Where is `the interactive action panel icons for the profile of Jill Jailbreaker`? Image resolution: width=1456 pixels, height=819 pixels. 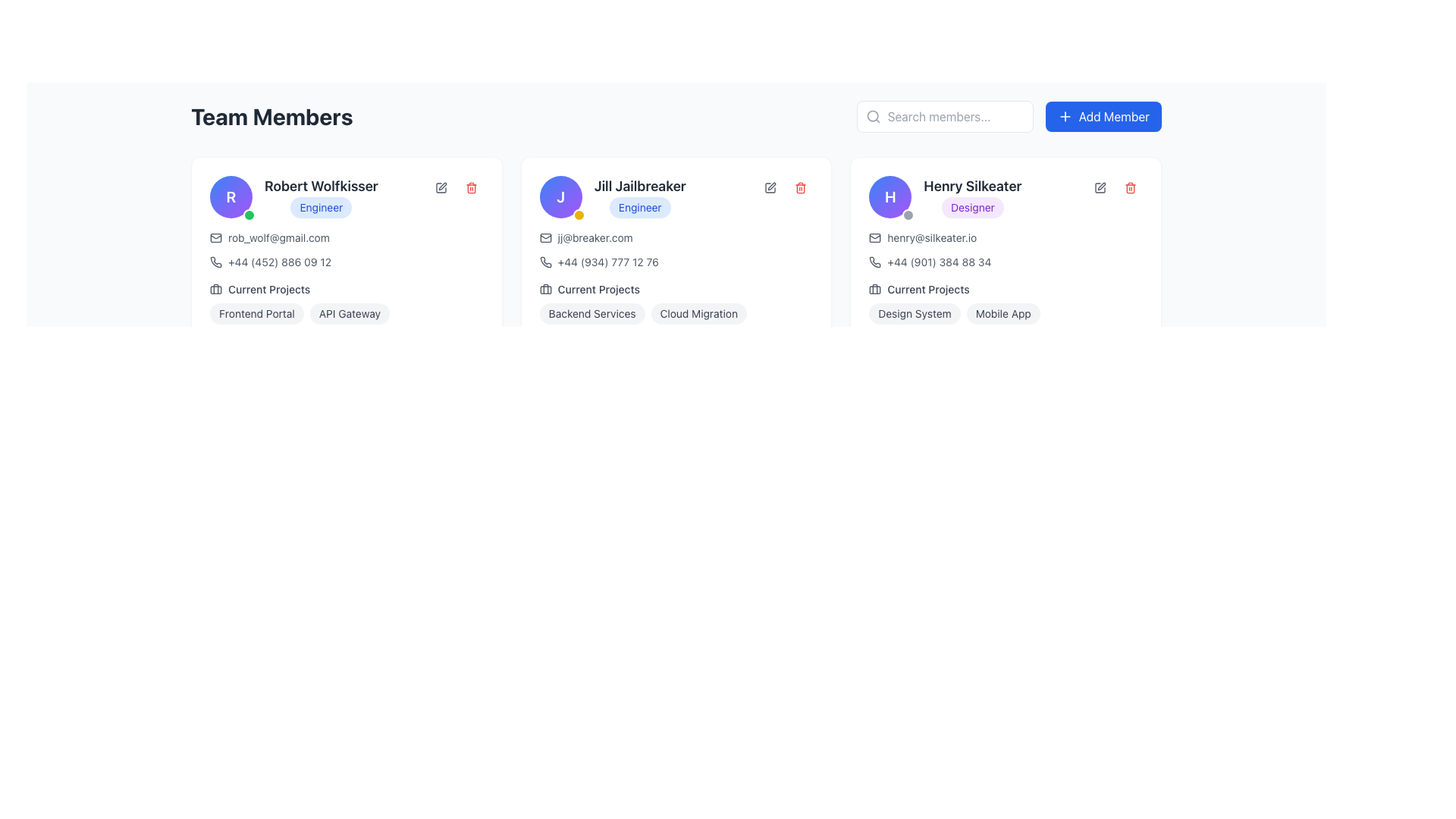
the interactive action panel icons for the profile of Jill Jailbreaker is located at coordinates (786, 187).